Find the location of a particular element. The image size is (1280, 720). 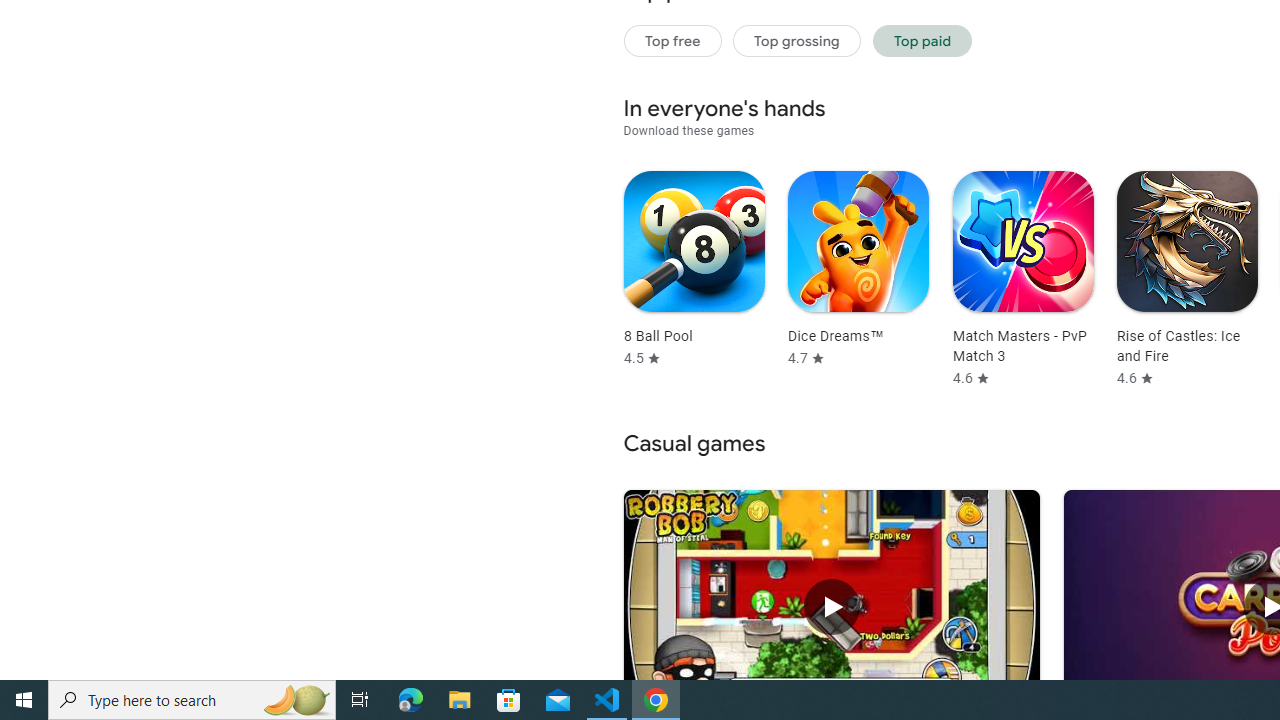

'8 Ball Pool Rated 4.5 stars out of five stars' is located at coordinates (694, 268).